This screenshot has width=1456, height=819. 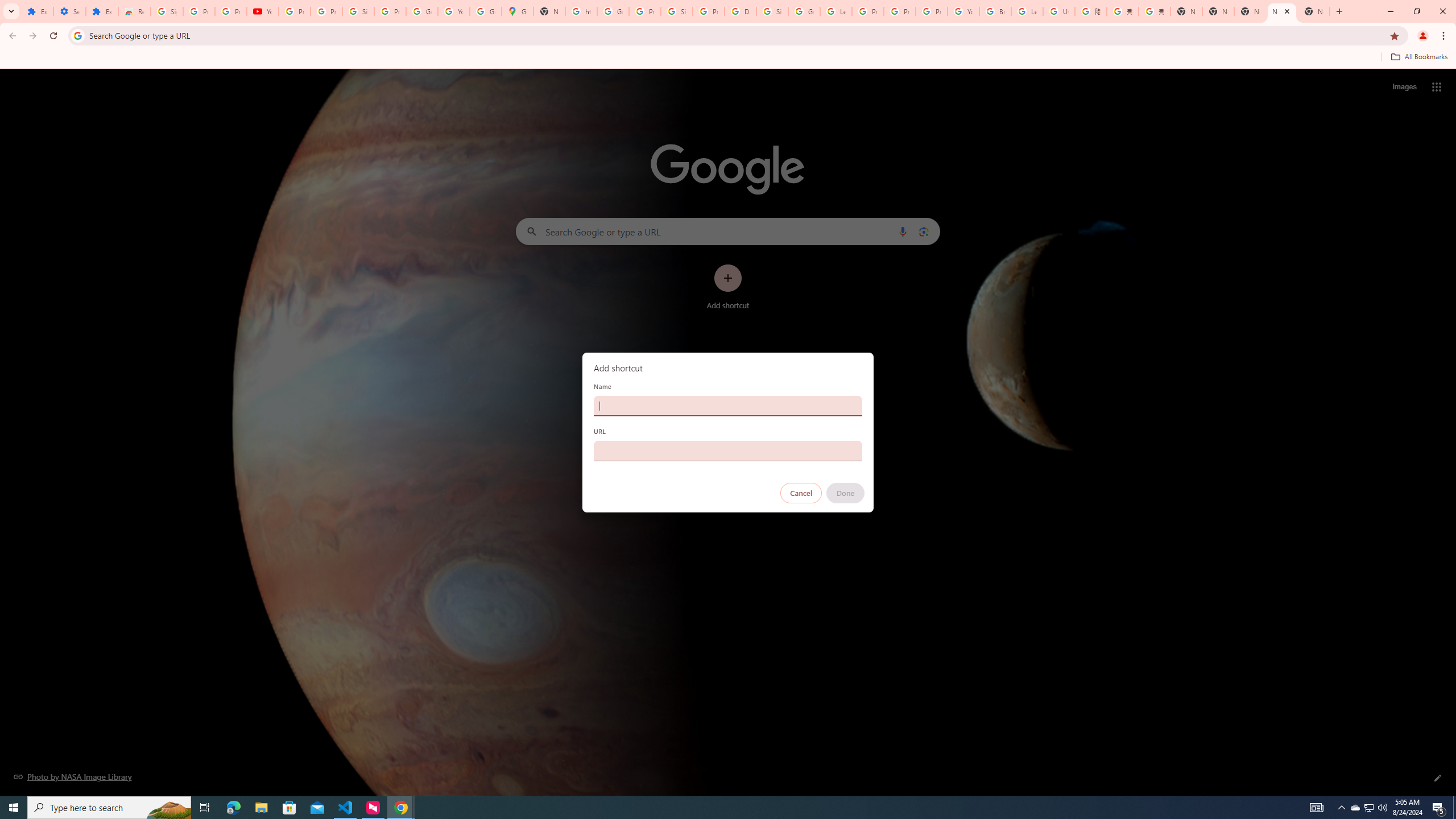 I want to click on 'Privacy Help Center - Policies Help', so click(x=868, y=11).